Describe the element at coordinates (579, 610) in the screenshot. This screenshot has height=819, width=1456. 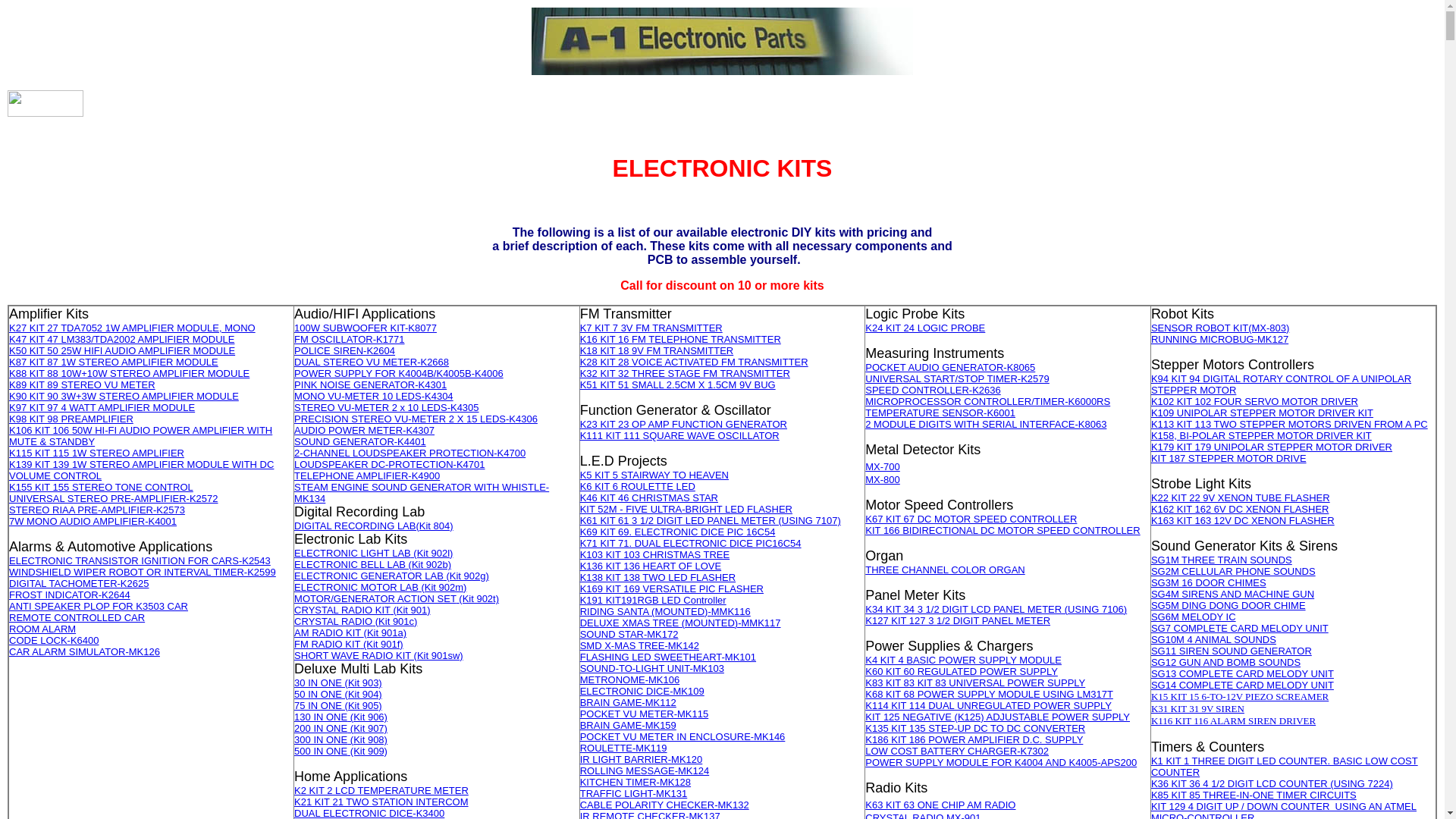
I see `'RIDING SANTA (MOUNTED)-MMK116'` at that location.